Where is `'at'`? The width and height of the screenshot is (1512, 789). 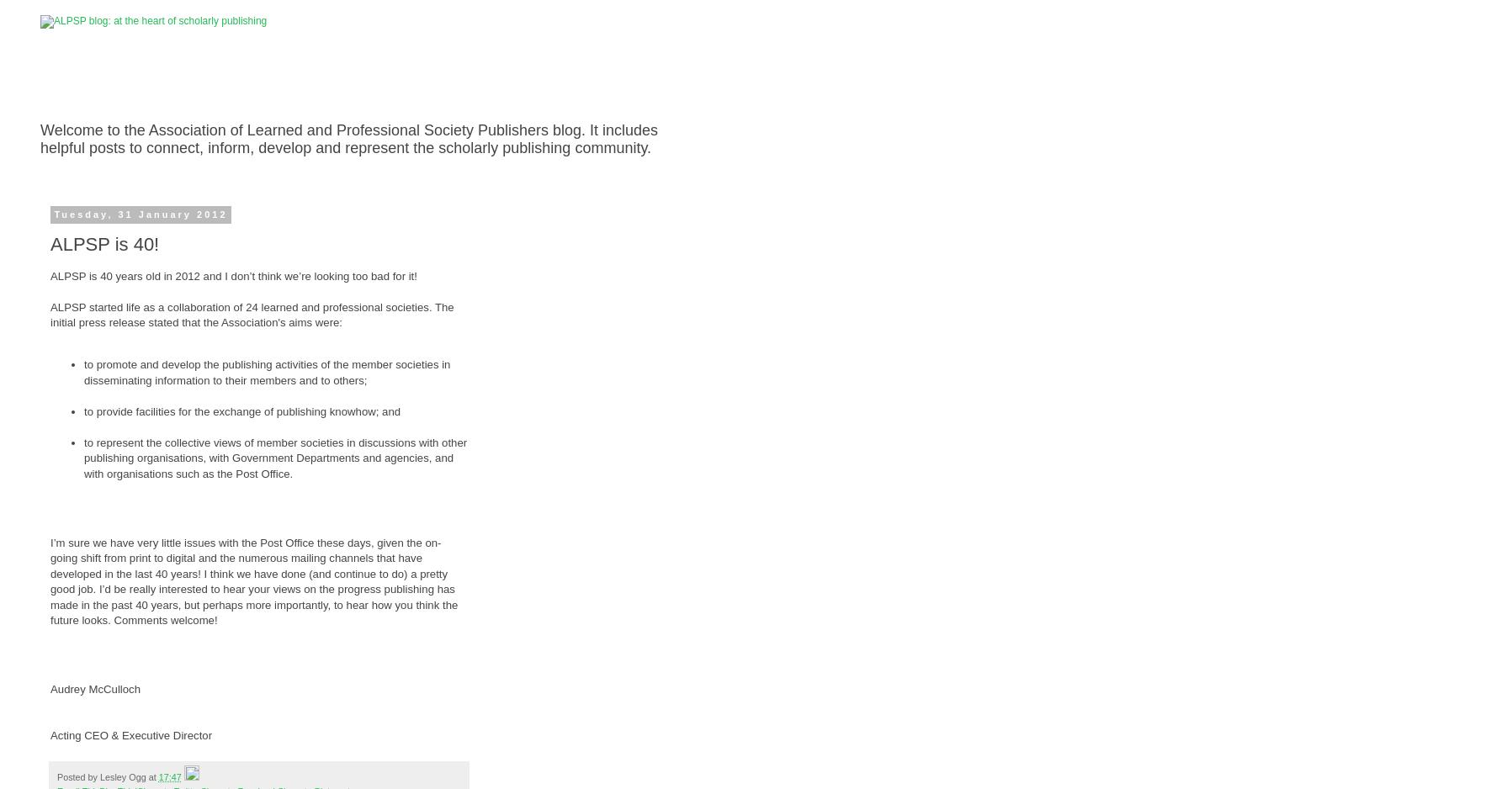 'at' is located at coordinates (146, 775).